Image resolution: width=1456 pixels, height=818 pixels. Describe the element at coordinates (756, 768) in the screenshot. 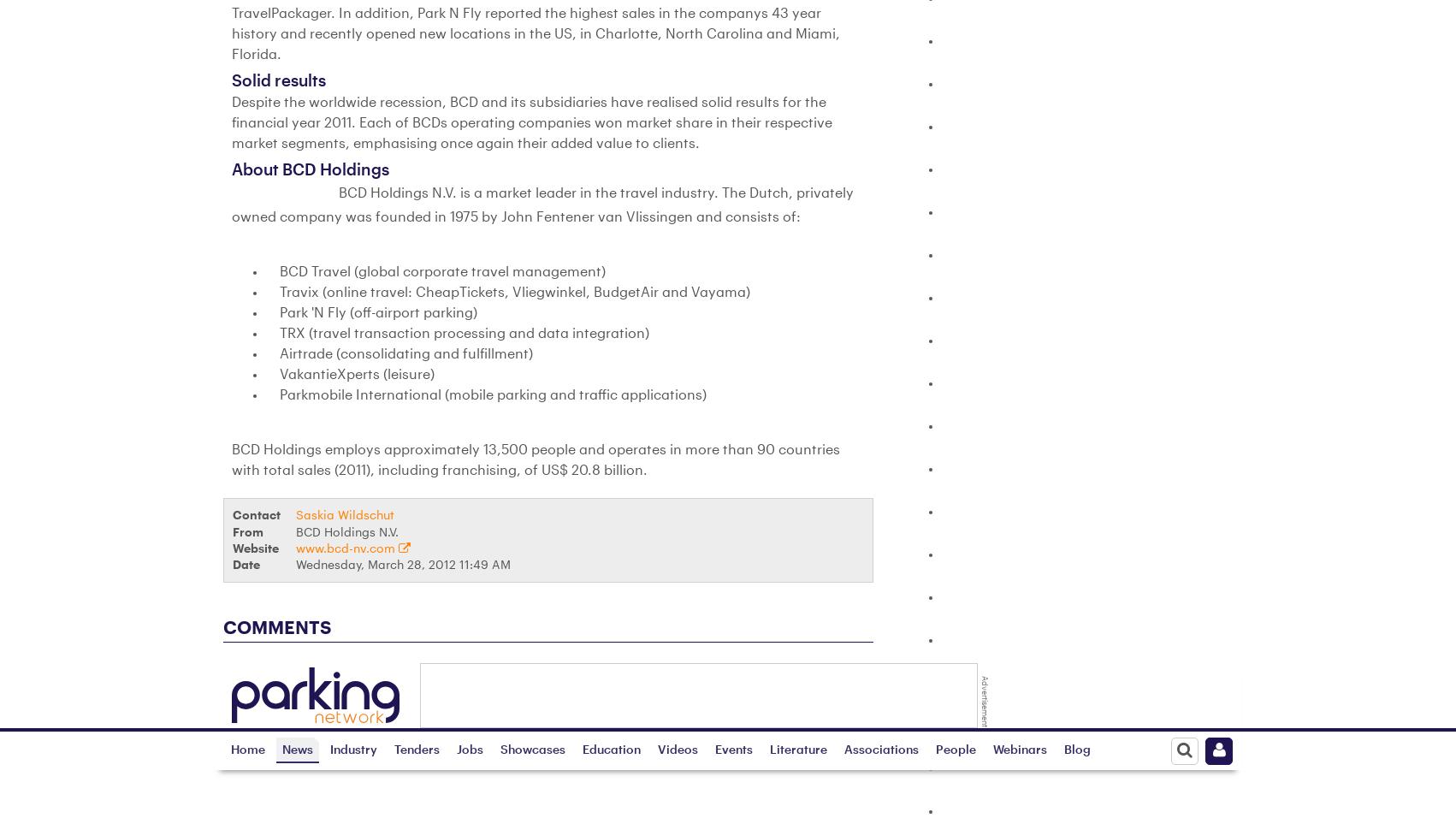

I see `'Testimonials'` at that location.